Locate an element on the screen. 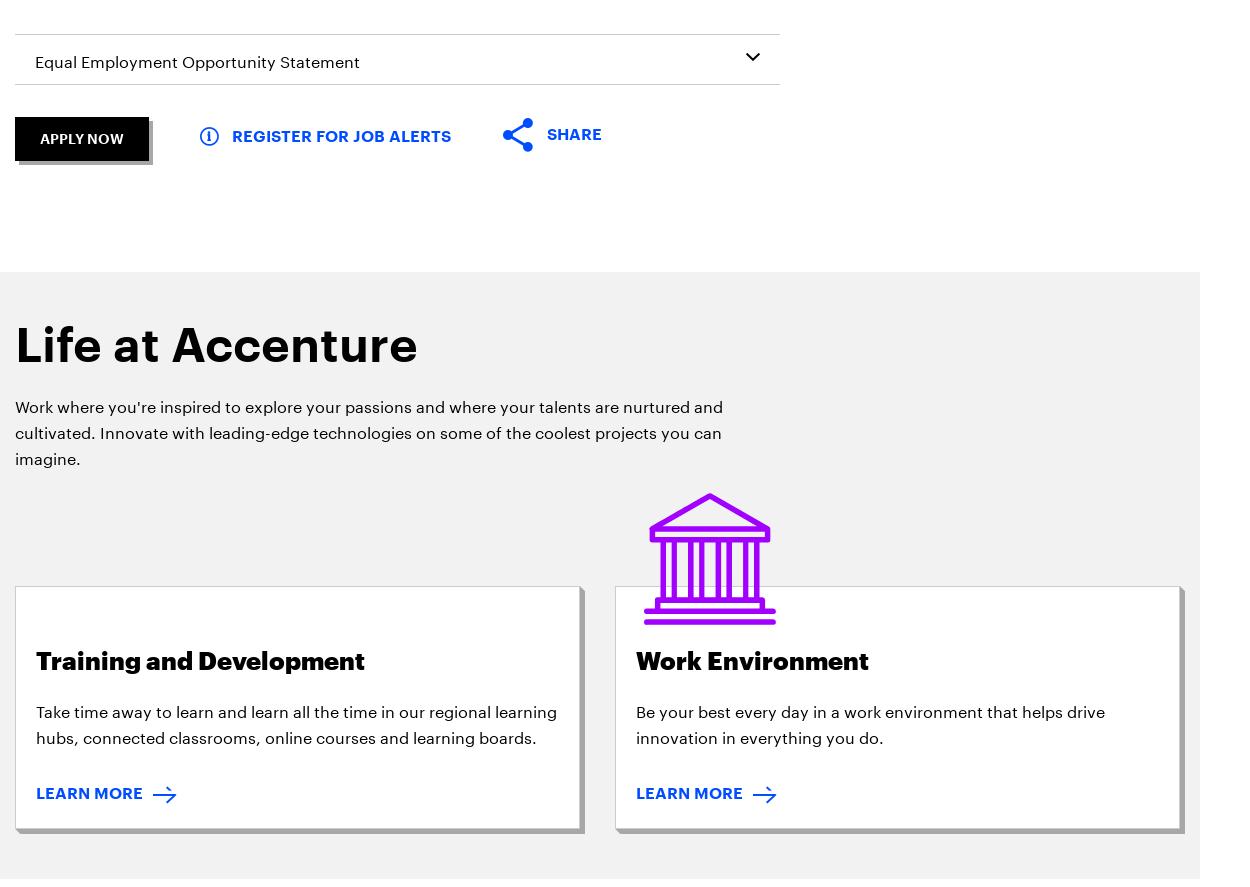  'Alumni' is located at coordinates (539, 294).